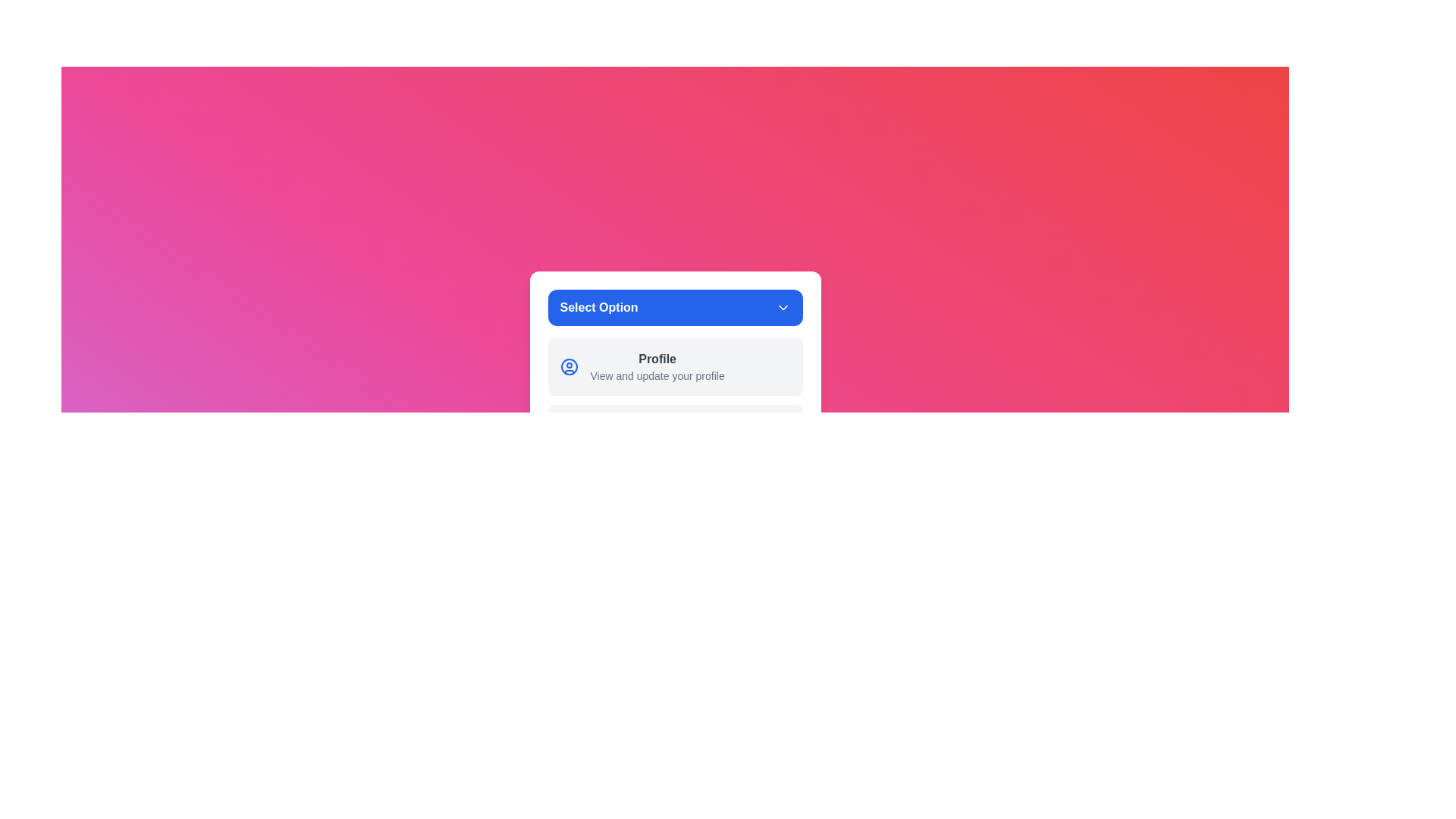 The width and height of the screenshot is (1456, 819). I want to click on the icon of the menu item labeled 'Profile', so click(568, 366).